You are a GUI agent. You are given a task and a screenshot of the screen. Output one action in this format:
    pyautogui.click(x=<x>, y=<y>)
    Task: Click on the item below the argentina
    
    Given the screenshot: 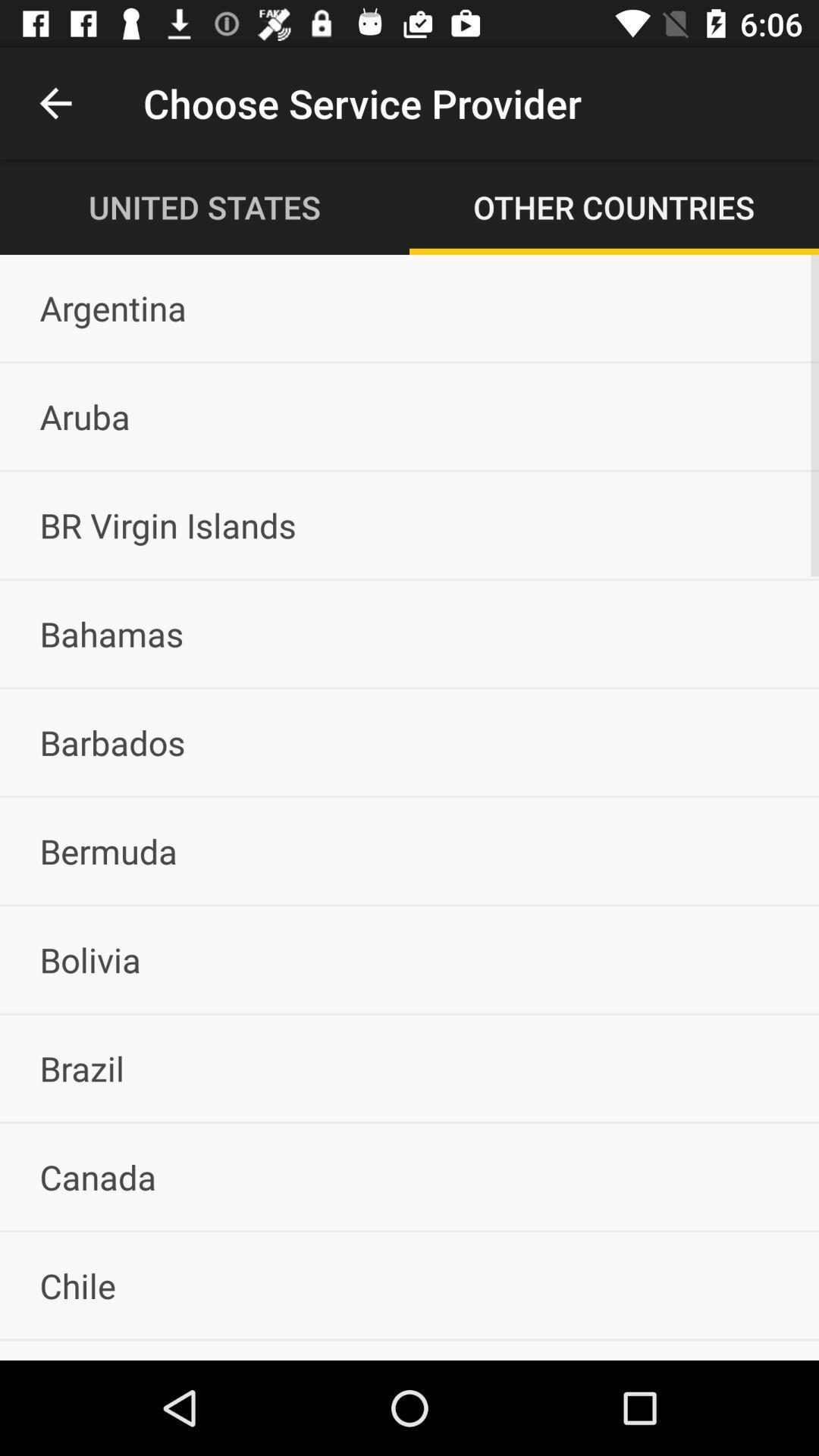 What is the action you would take?
    pyautogui.click(x=409, y=416)
    